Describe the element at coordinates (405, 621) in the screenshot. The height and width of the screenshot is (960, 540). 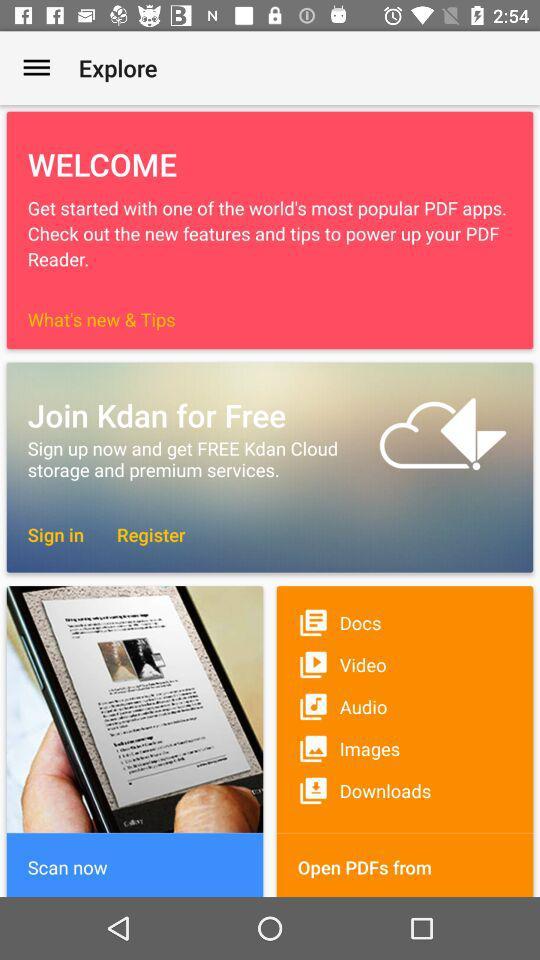
I see `docs icon` at that location.